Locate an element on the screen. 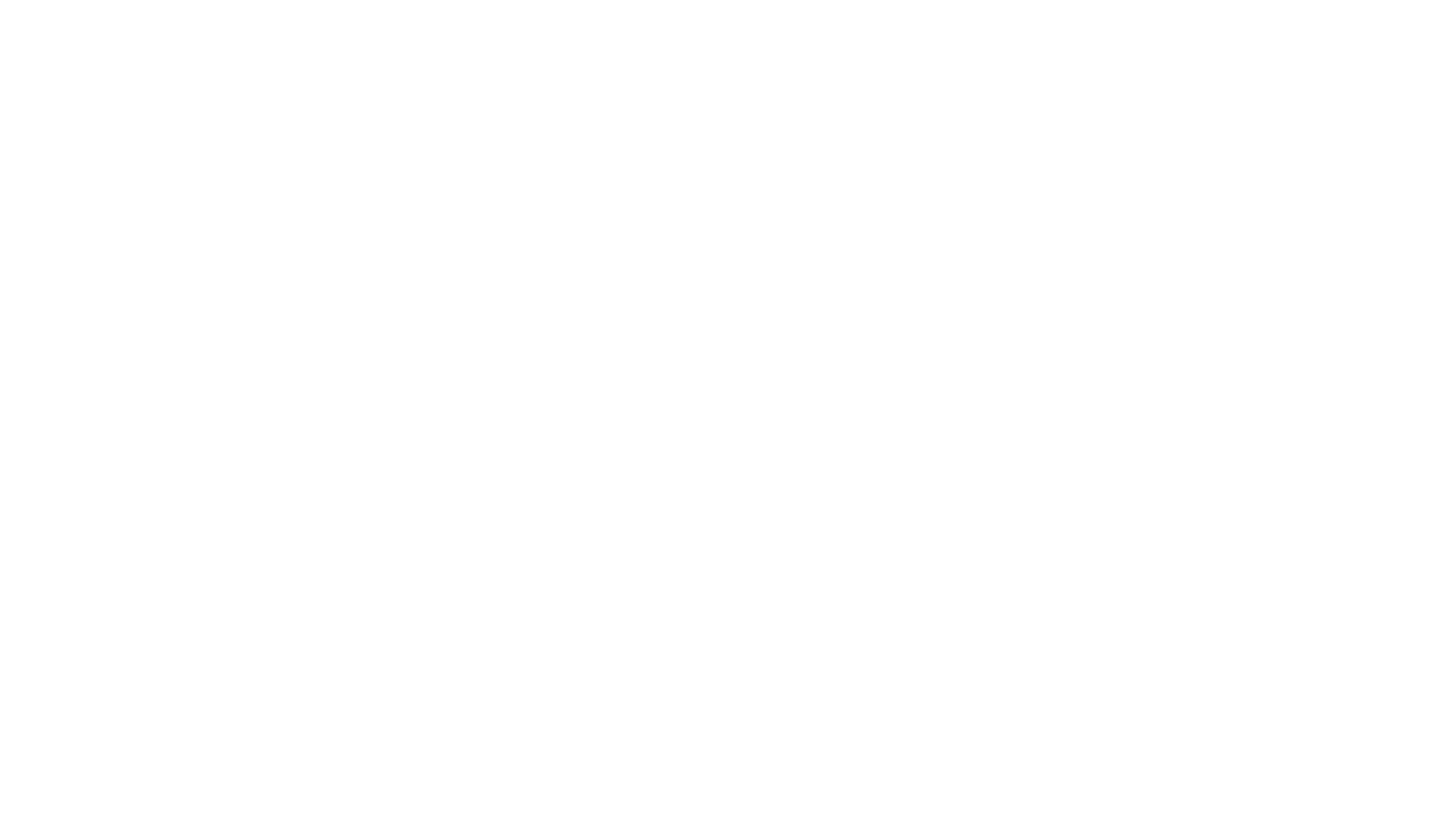 This screenshot has height=828, width=1456. '. A concept born of Joe’s desire to work on small batch bespoke single variety products. Our first offering is an' is located at coordinates (486, 765).